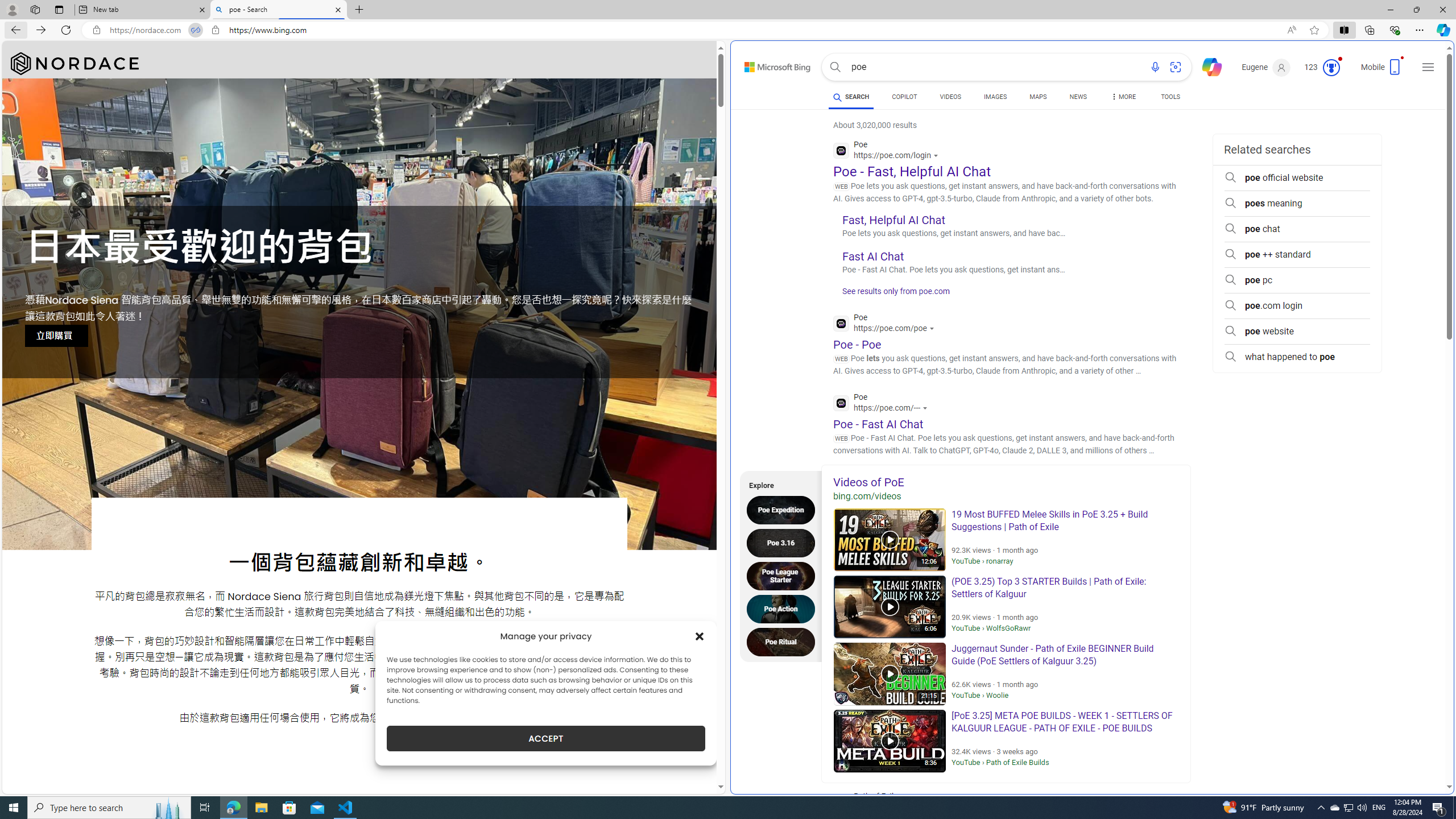  I want to click on 'poe ++ standard', so click(1296, 254).